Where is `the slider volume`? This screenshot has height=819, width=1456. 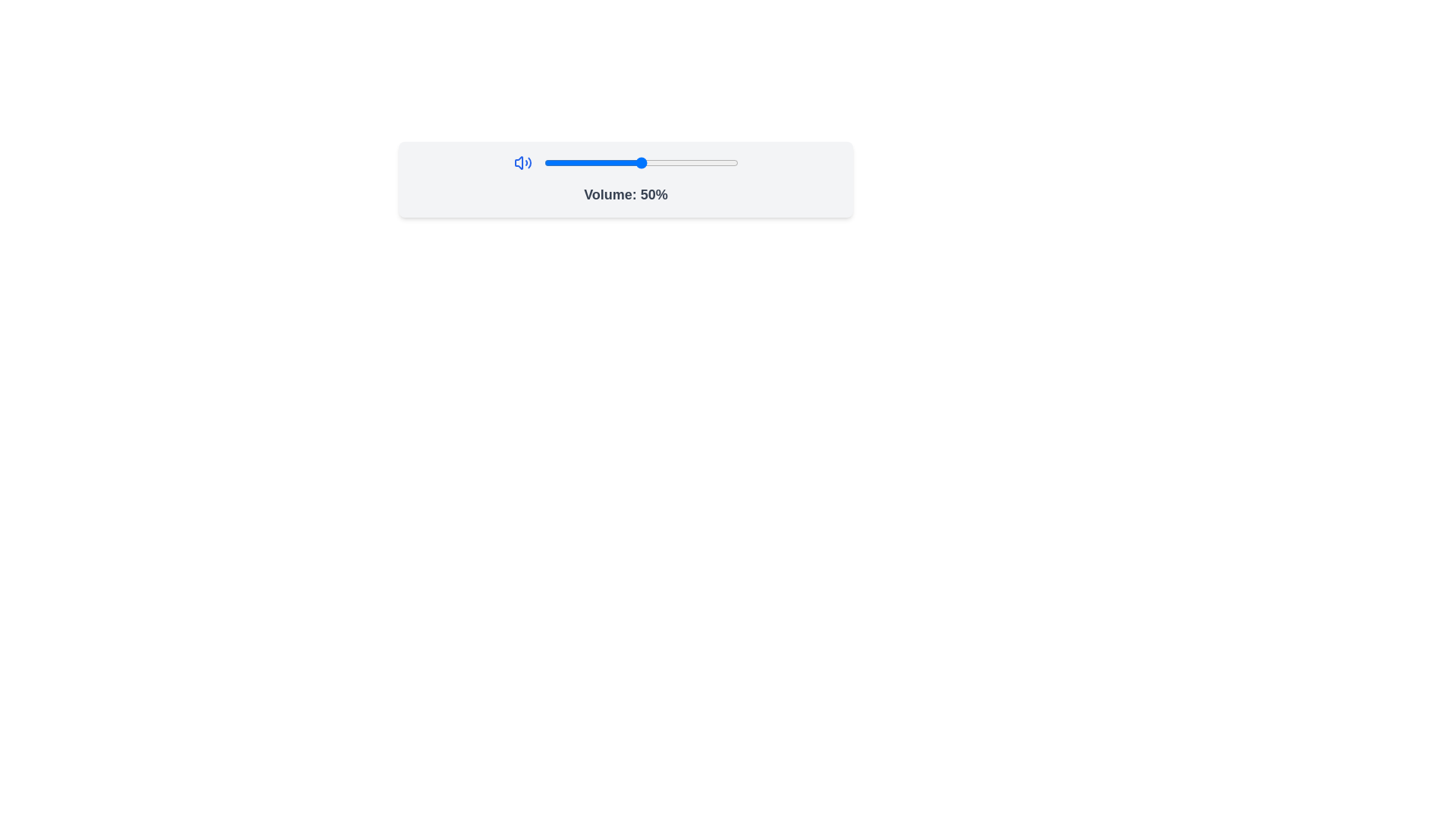
the slider volume is located at coordinates (682, 163).